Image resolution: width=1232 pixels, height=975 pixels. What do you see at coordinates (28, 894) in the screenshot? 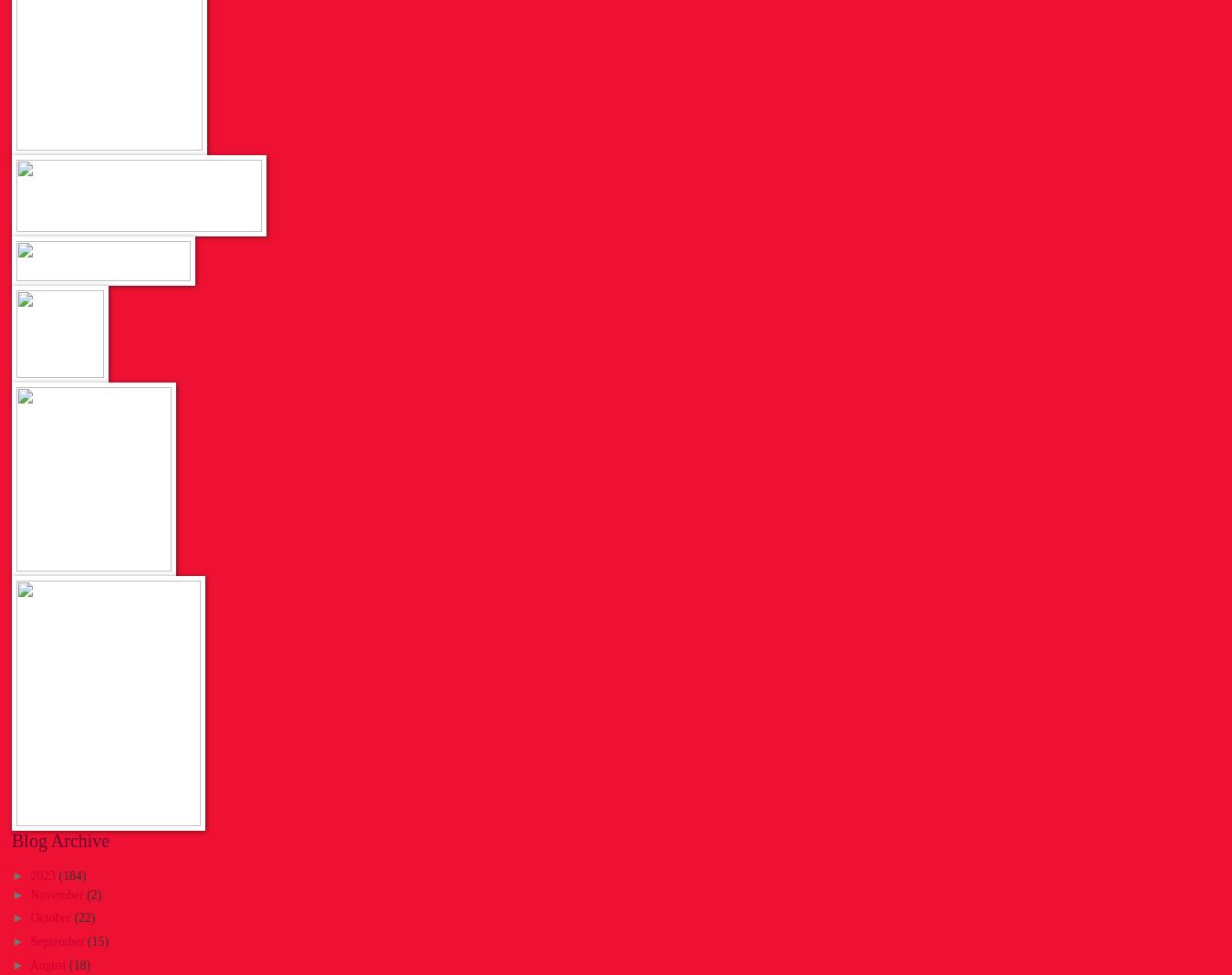
I see `'November'` at bounding box center [28, 894].